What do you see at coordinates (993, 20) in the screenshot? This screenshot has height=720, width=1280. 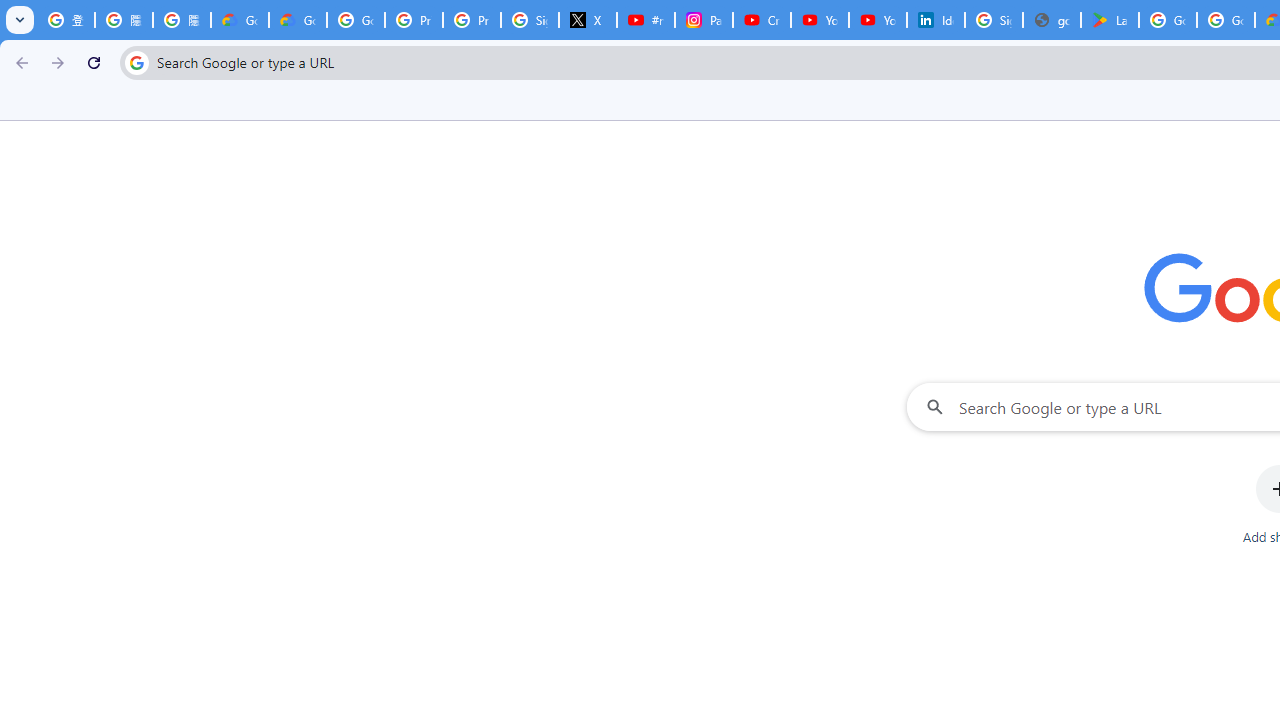 I see `'Sign in - Google Accounts'` at bounding box center [993, 20].